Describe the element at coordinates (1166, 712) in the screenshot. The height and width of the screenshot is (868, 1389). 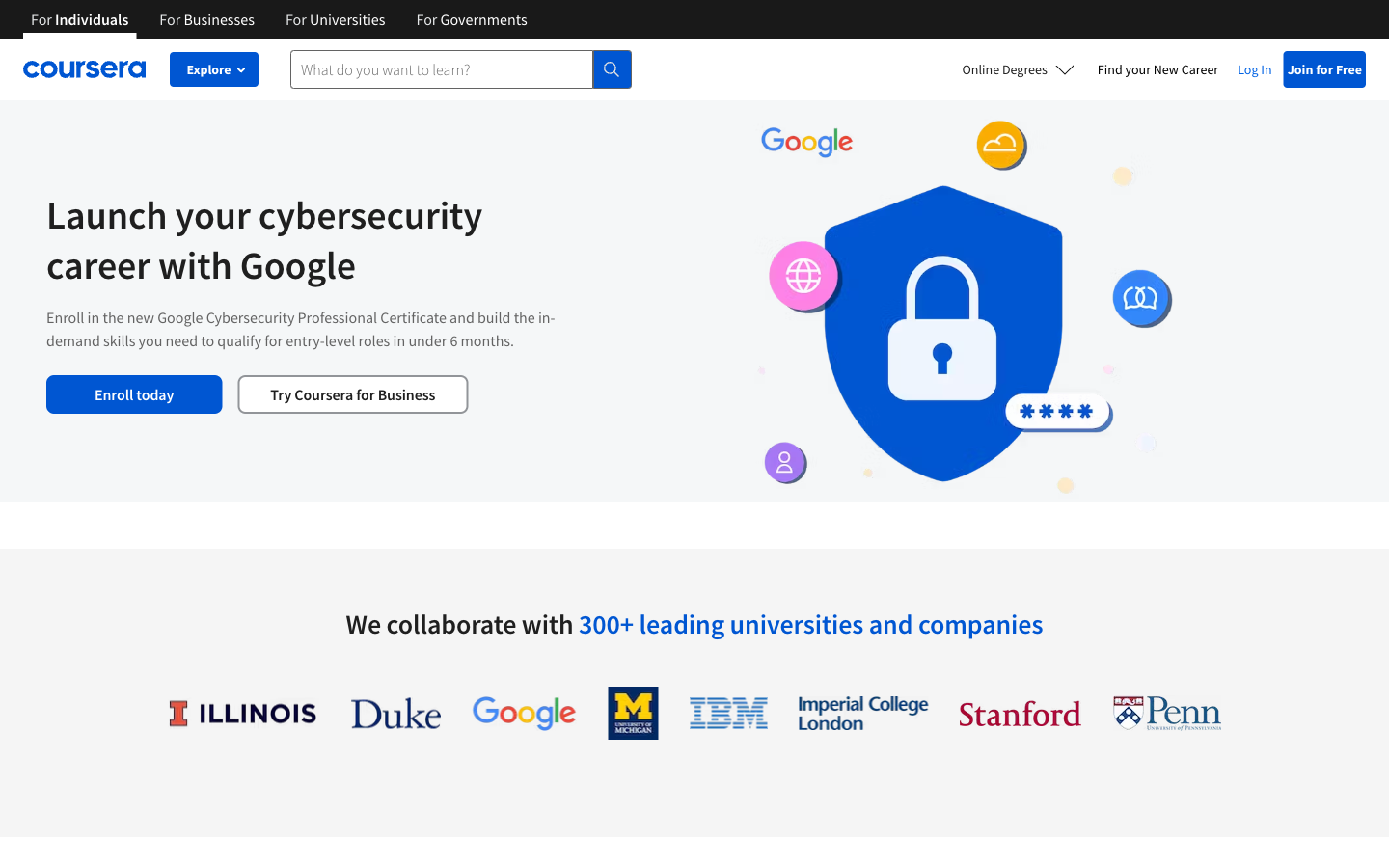
I see `View information about University of Pennsylvania` at that location.